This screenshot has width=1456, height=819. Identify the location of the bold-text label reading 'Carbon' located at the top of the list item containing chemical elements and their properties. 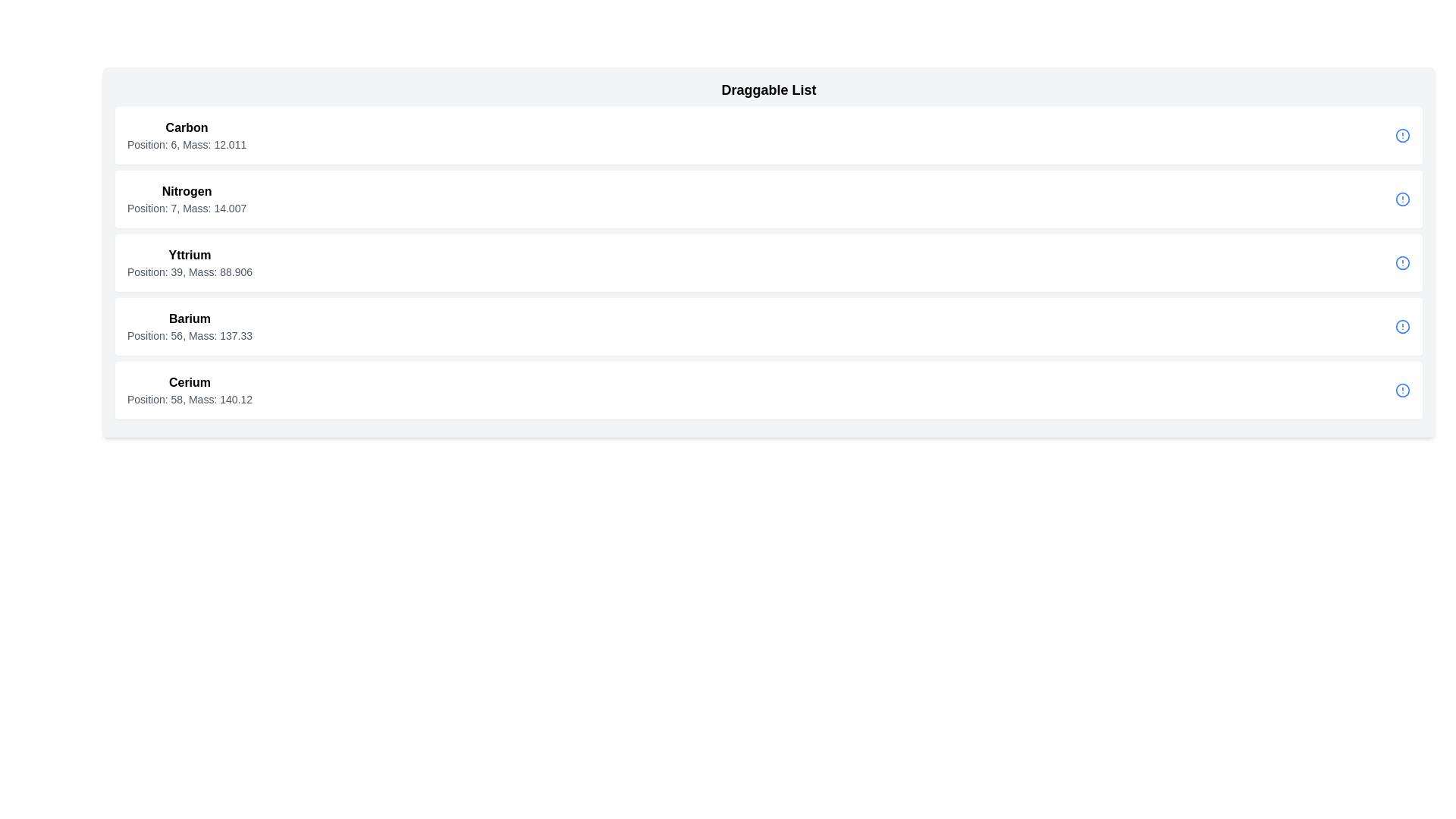
(186, 127).